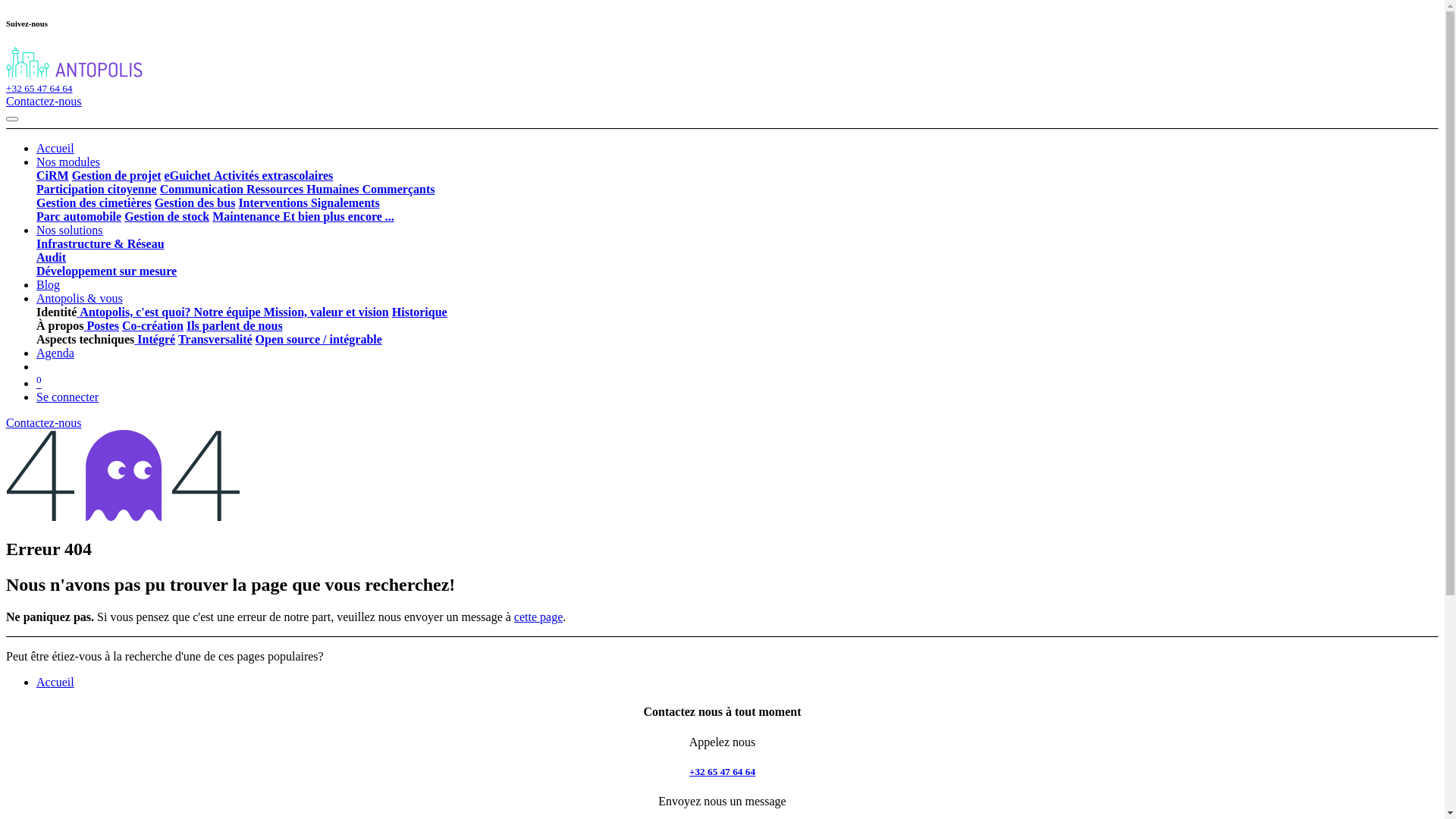  Describe the element at coordinates (36, 353) in the screenshot. I see `'Agenda'` at that location.